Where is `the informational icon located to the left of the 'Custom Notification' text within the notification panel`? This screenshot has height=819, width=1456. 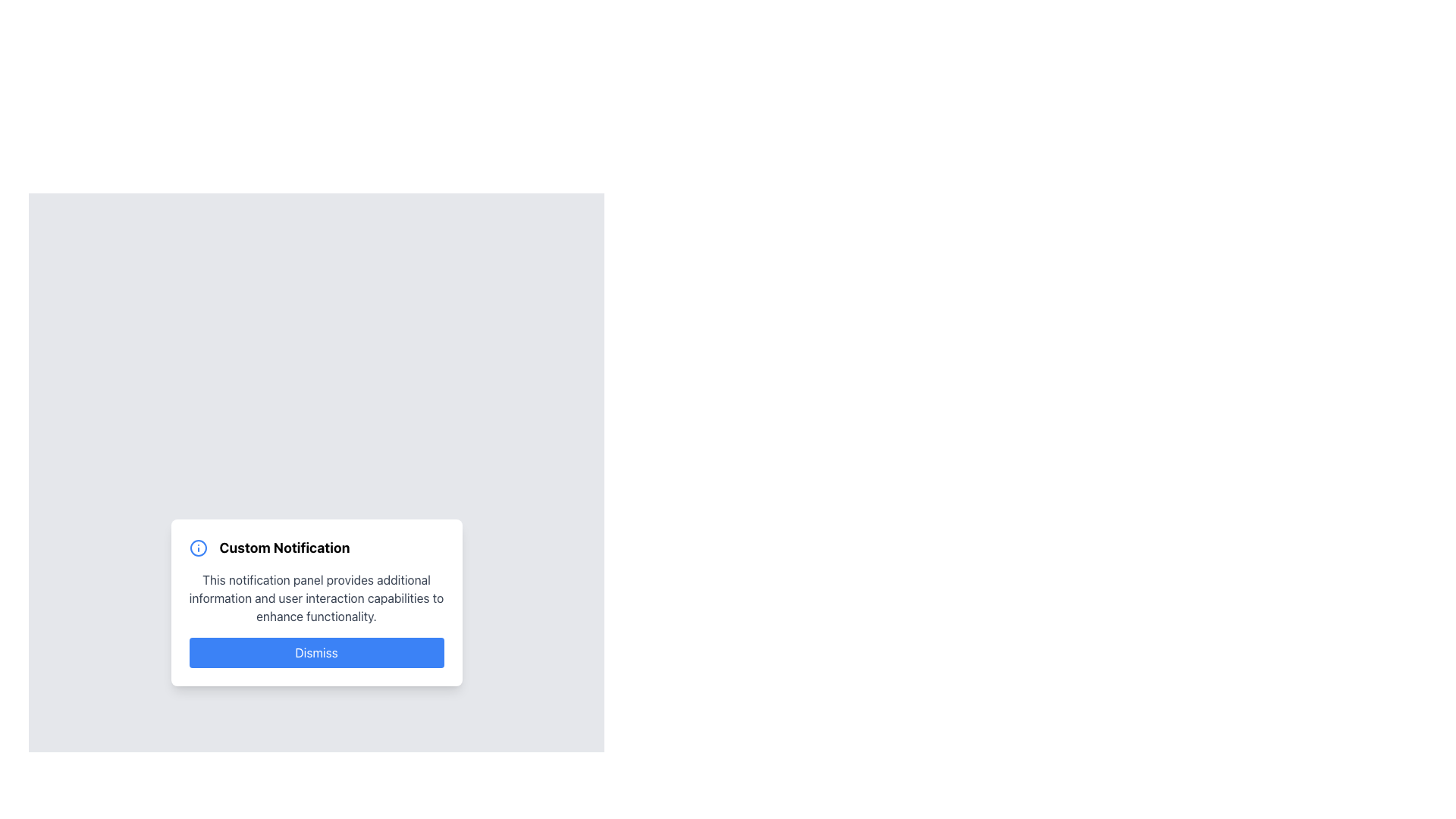 the informational icon located to the left of the 'Custom Notification' text within the notification panel is located at coordinates (197, 548).